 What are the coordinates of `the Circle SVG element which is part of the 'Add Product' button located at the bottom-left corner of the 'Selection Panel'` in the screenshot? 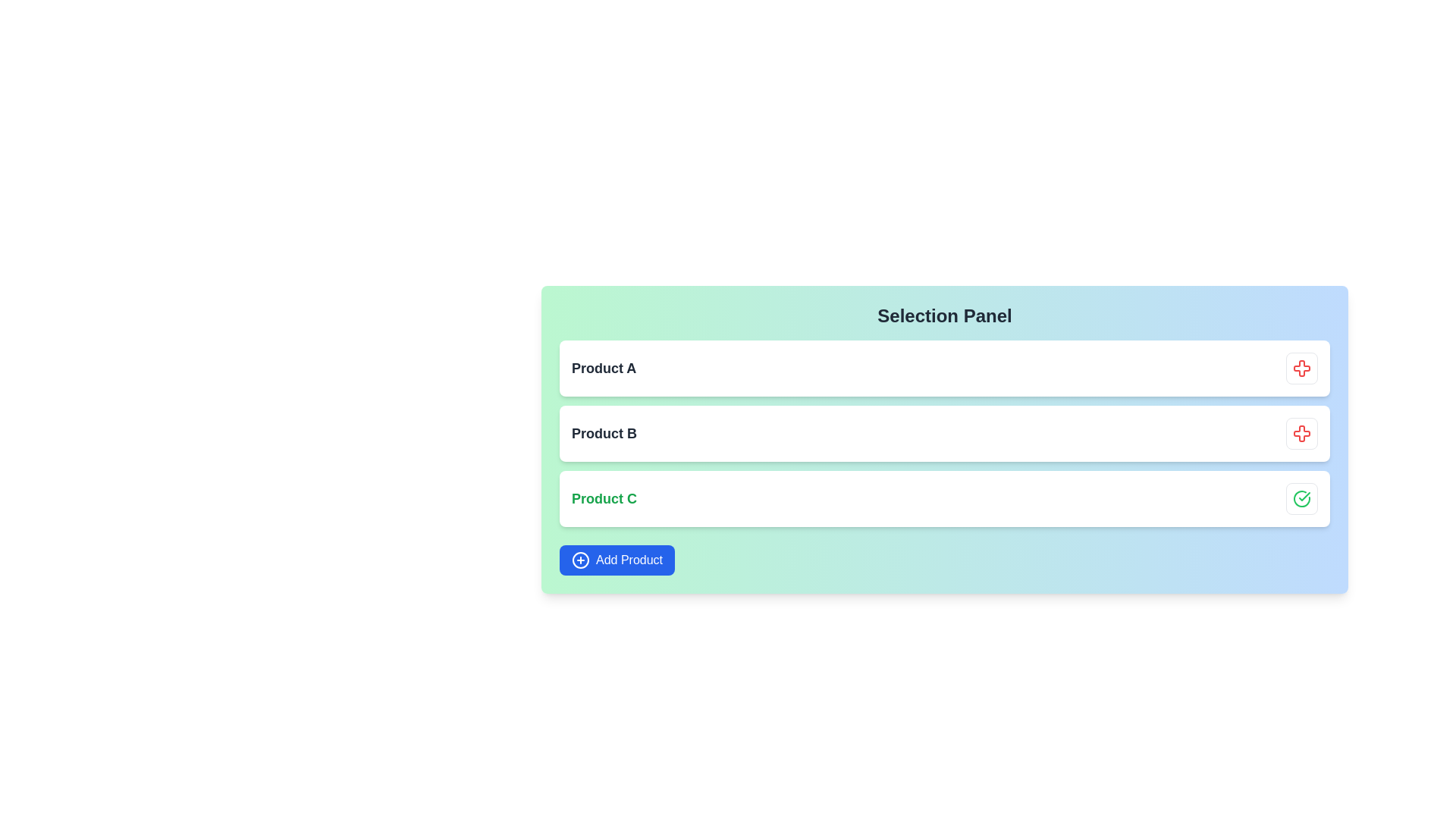 It's located at (580, 560).